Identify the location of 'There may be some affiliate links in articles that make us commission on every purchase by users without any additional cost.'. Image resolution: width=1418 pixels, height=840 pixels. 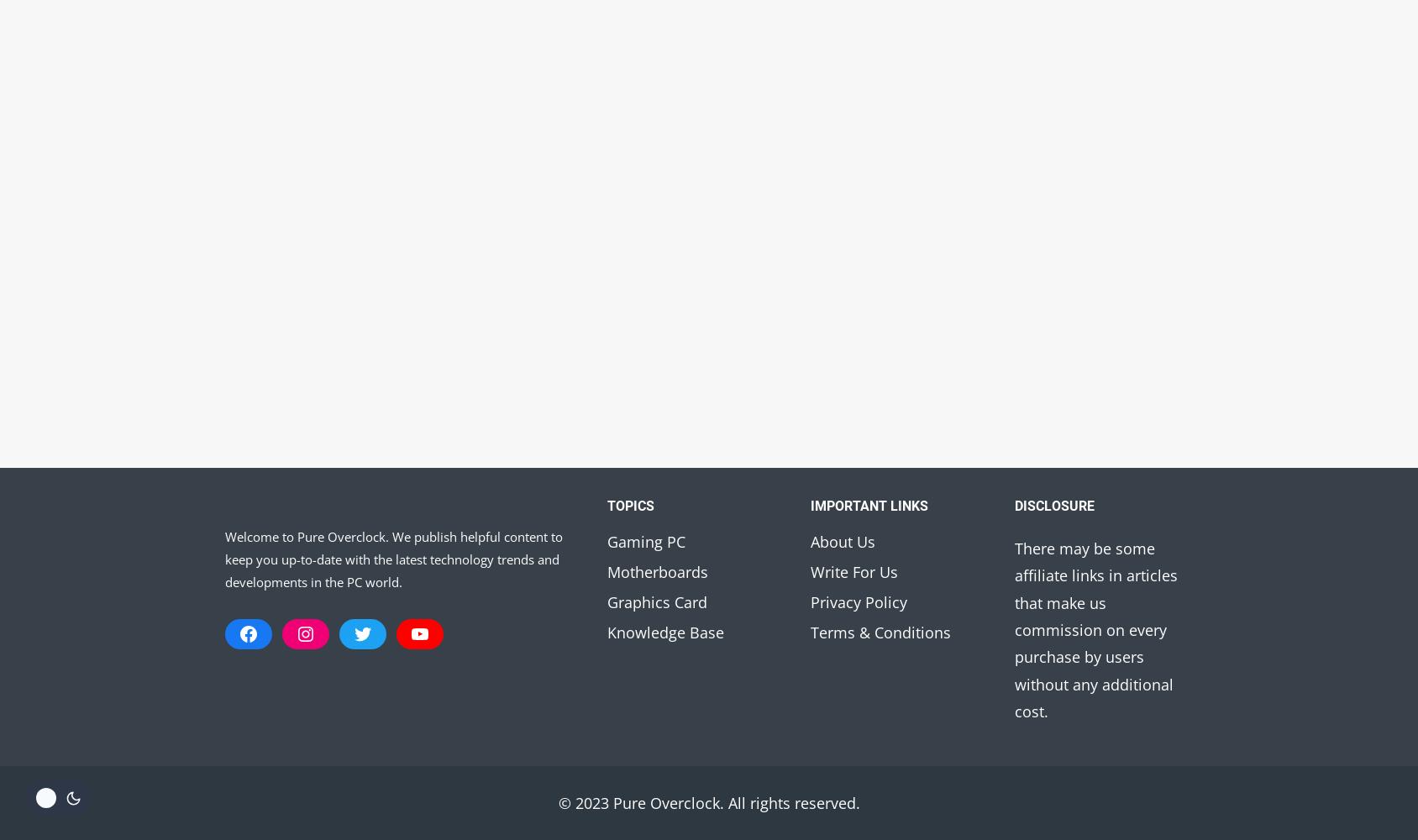
(1094, 628).